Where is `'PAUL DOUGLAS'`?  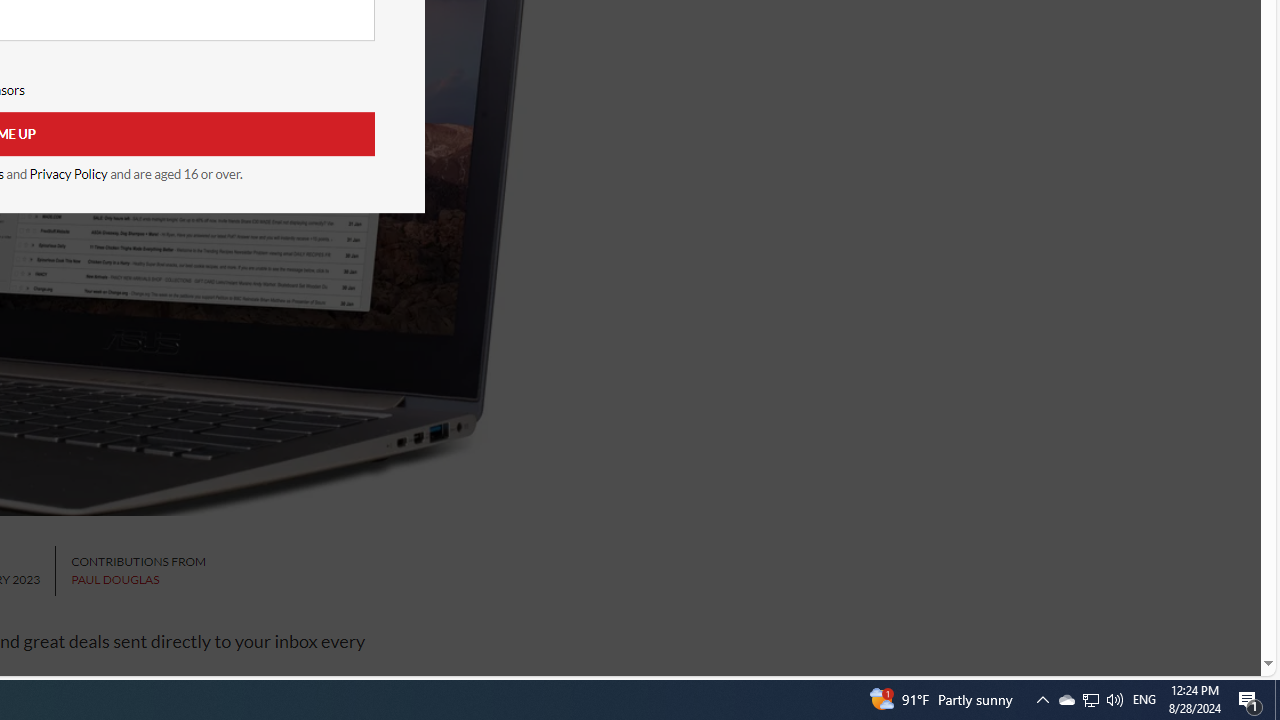
'PAUL DOUGLAS' is located at coordinates (114, 579).